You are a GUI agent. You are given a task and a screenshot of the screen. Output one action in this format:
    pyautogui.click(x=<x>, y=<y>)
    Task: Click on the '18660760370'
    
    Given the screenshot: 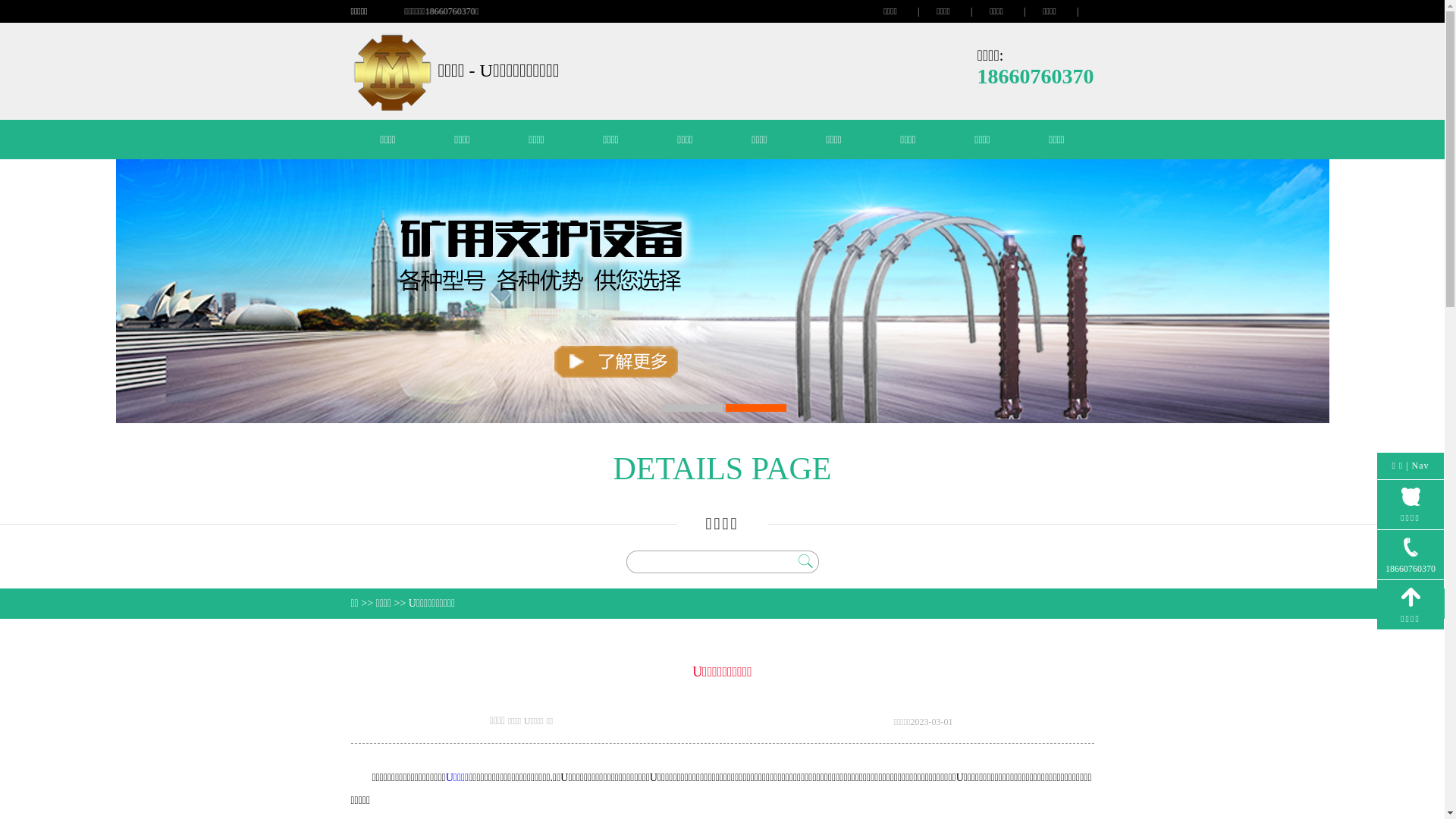 What is the action you would take?
    pyautogui.click(x=1410, y=555)
    